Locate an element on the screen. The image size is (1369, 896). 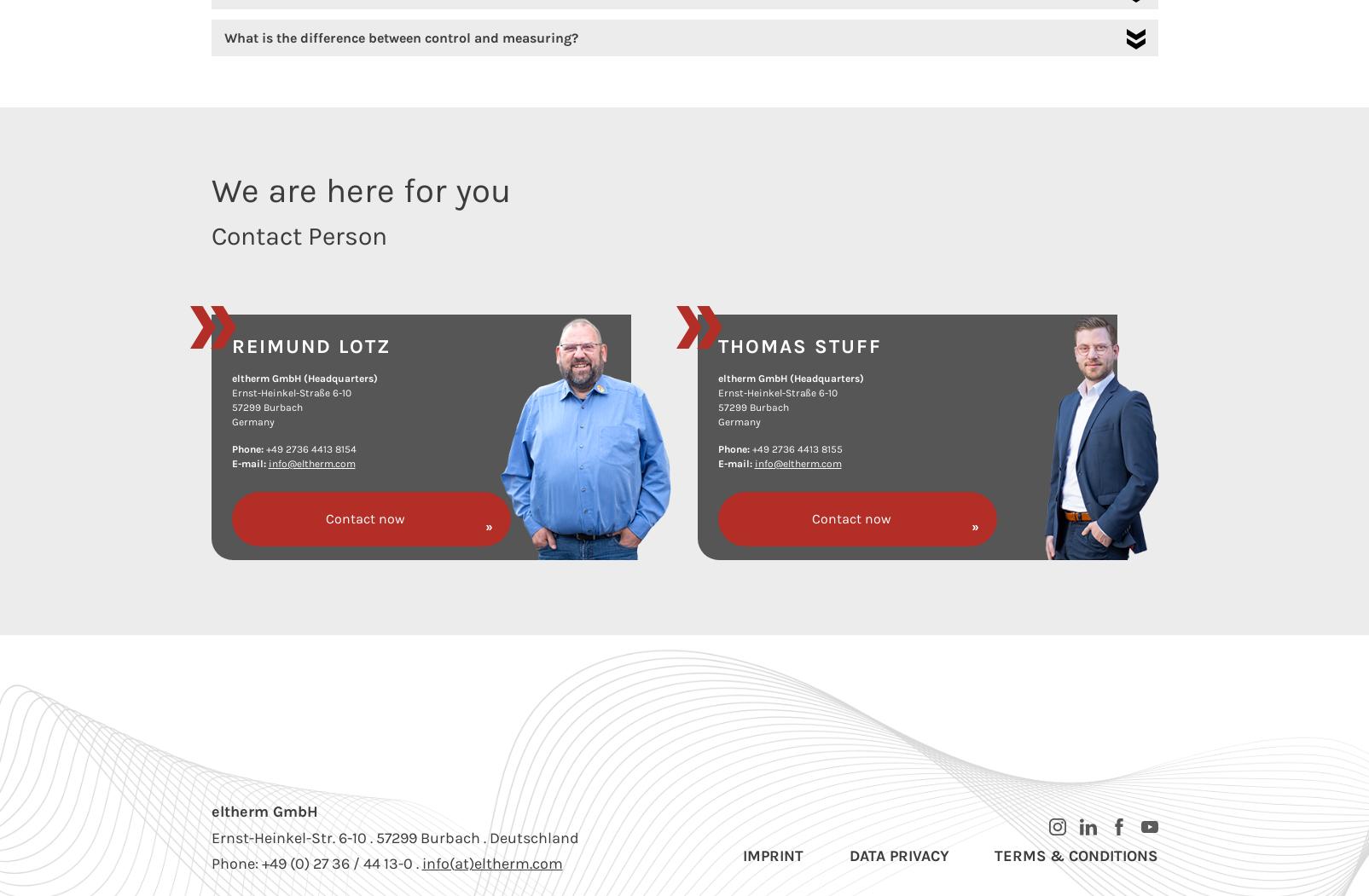
'Terms & Conditions' is located at coordinates (995, 856).